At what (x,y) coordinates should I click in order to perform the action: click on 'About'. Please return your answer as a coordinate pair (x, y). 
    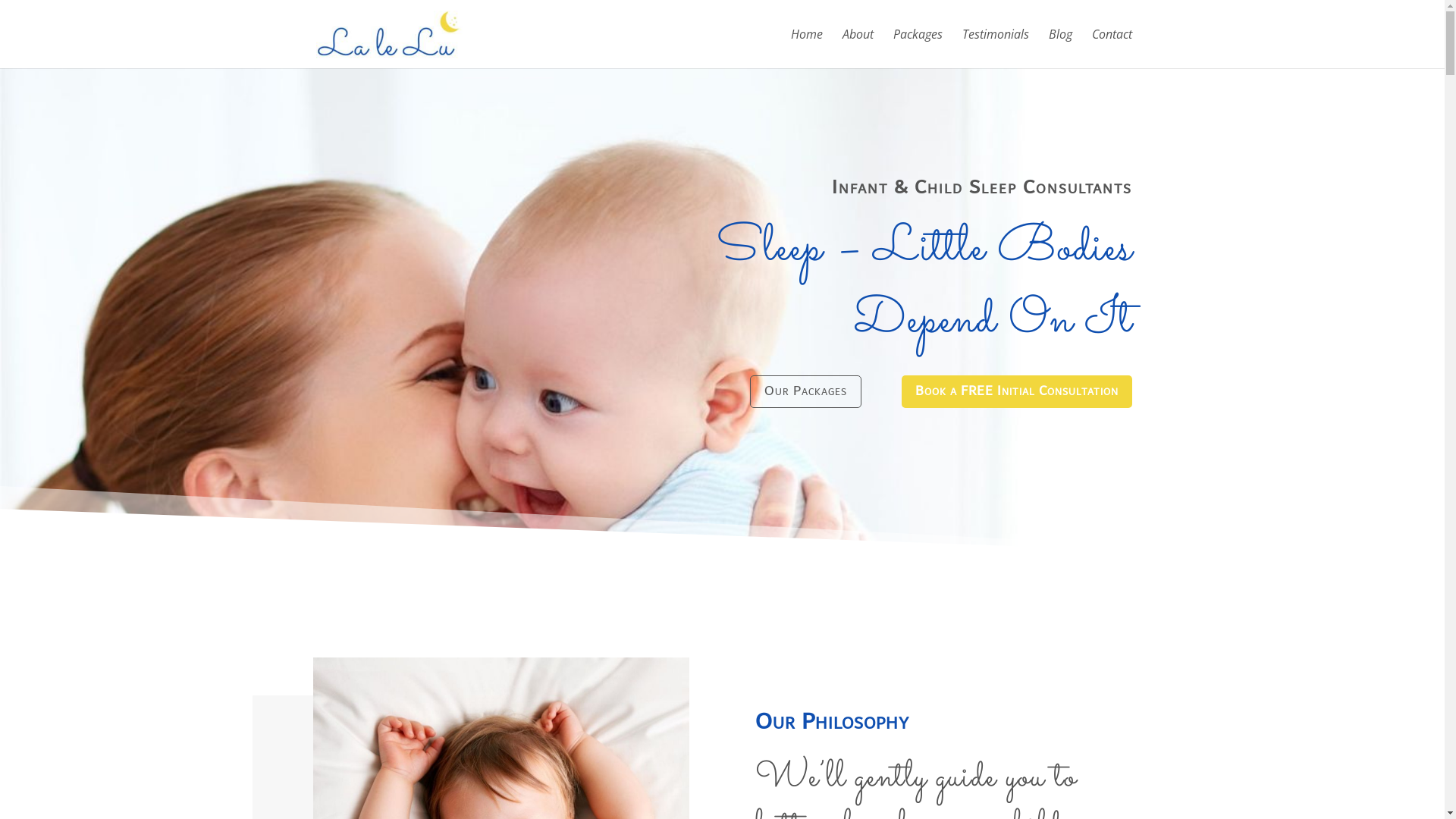
    Looking at the image, I should click on (840, 48).